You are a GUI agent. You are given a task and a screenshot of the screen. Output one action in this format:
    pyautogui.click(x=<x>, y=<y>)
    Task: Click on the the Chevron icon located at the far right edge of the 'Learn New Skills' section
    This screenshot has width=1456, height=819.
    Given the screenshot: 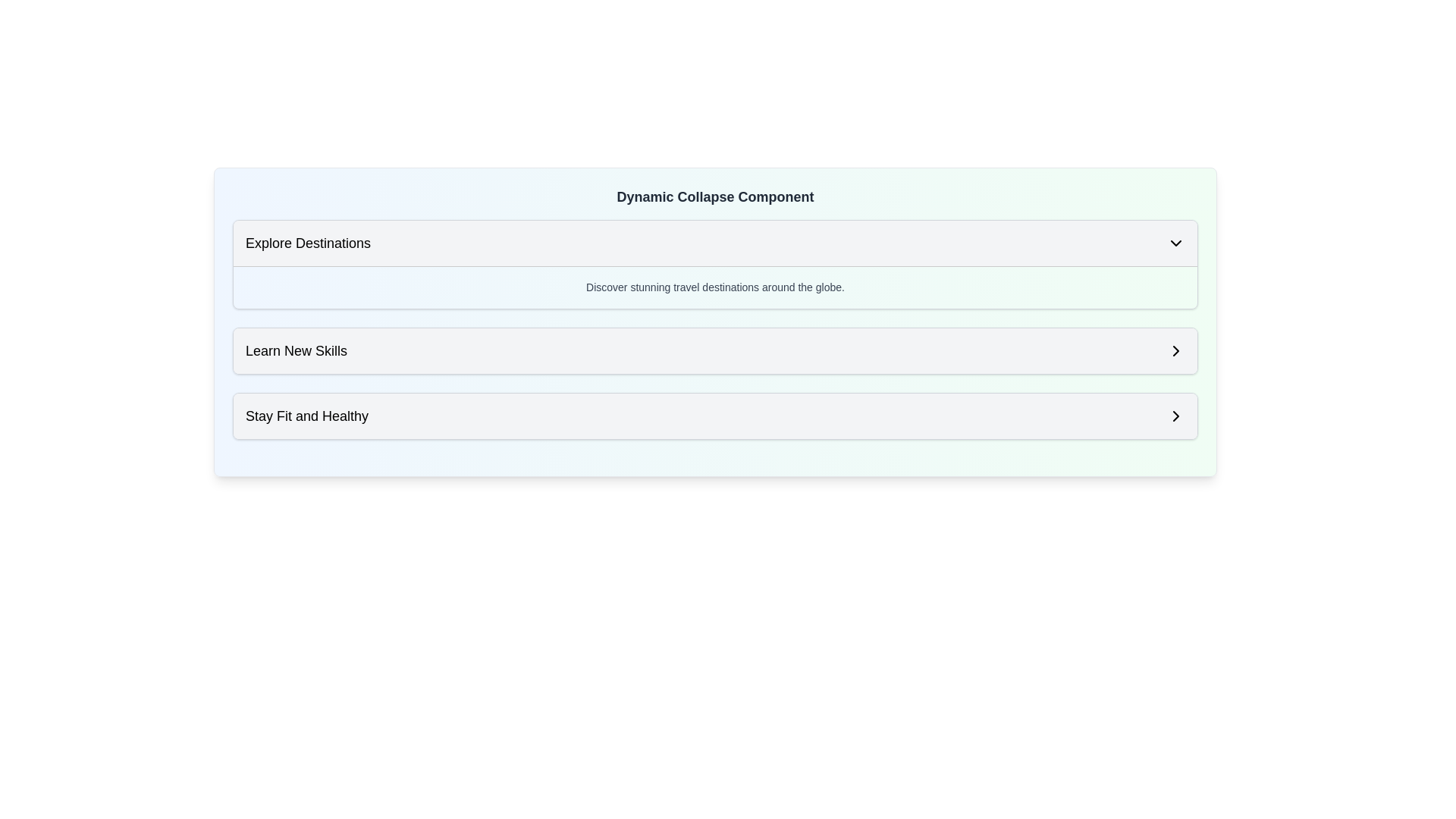 What is the action you would take?
    pyautogui.click(x=1175, y=350)
    